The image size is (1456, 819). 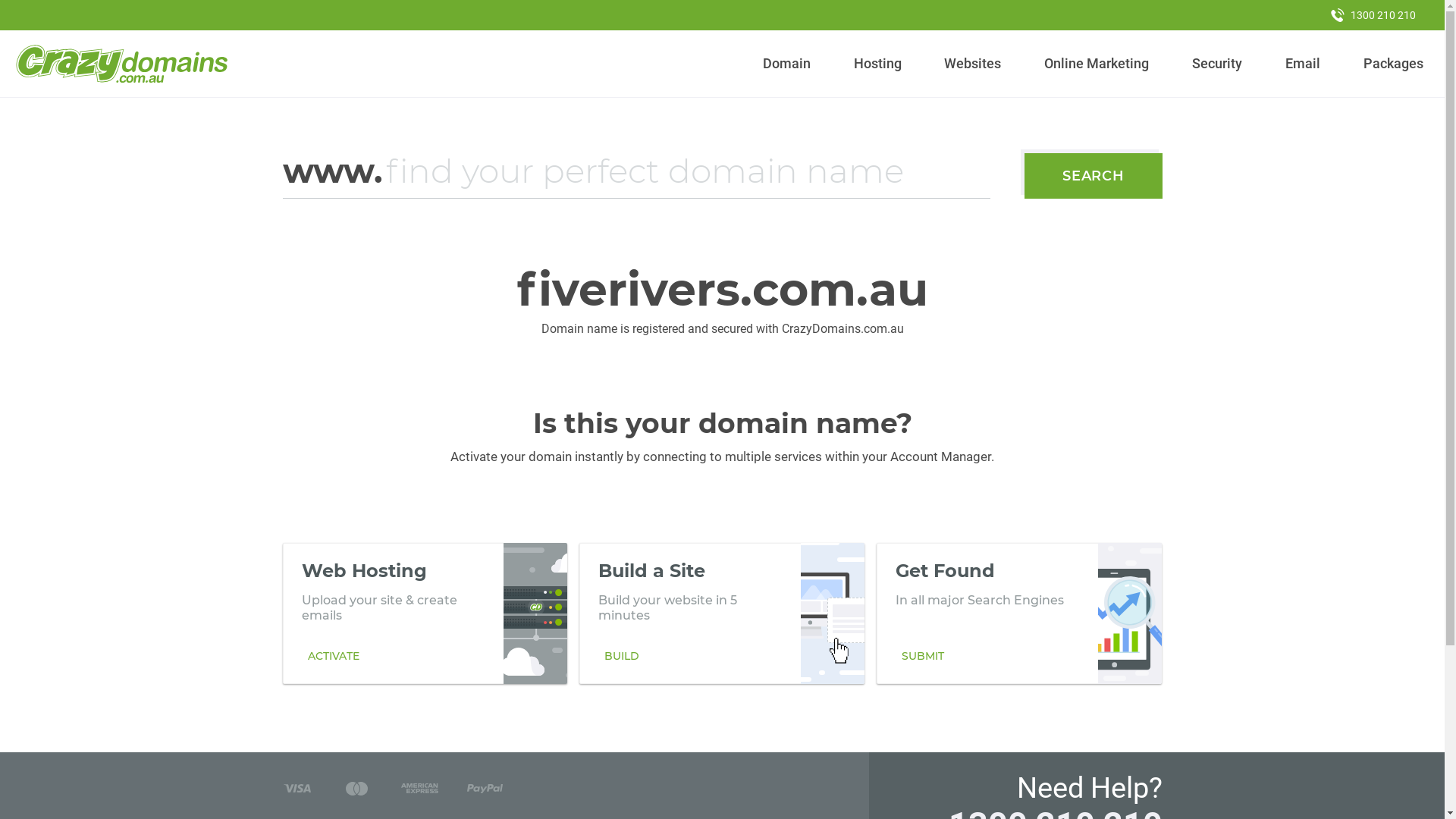 I want to click on 'Domain', so click(x=786, y=63).